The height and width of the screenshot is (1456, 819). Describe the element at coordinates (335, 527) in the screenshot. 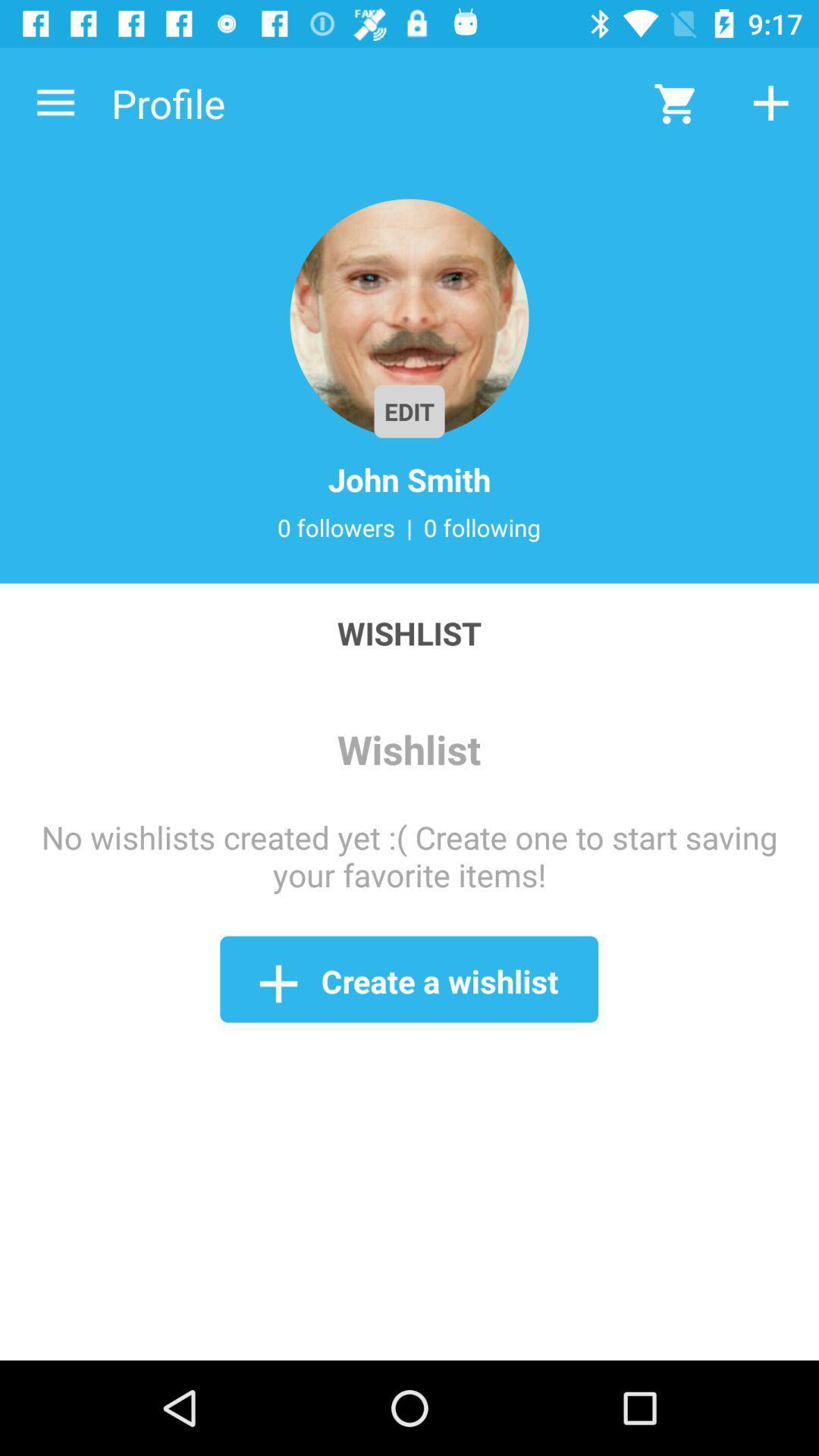

I see `the 0 followers item` at that location.